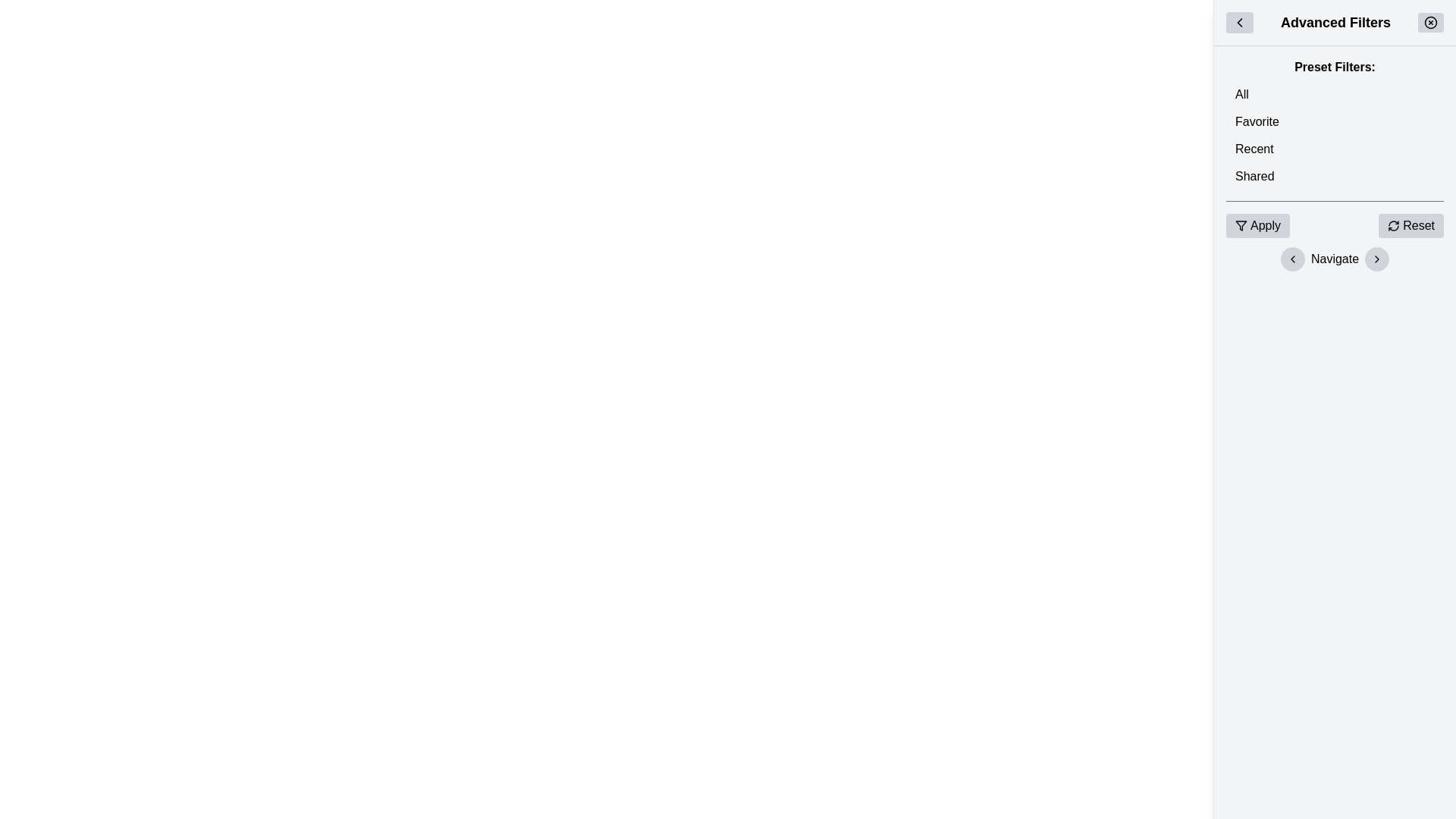 The image size is (1456, 819). I want to click on the 'Apply' button in the 'Advanced Filters' sidebar to confirm the selected filter criteria, so click(1335, 225).